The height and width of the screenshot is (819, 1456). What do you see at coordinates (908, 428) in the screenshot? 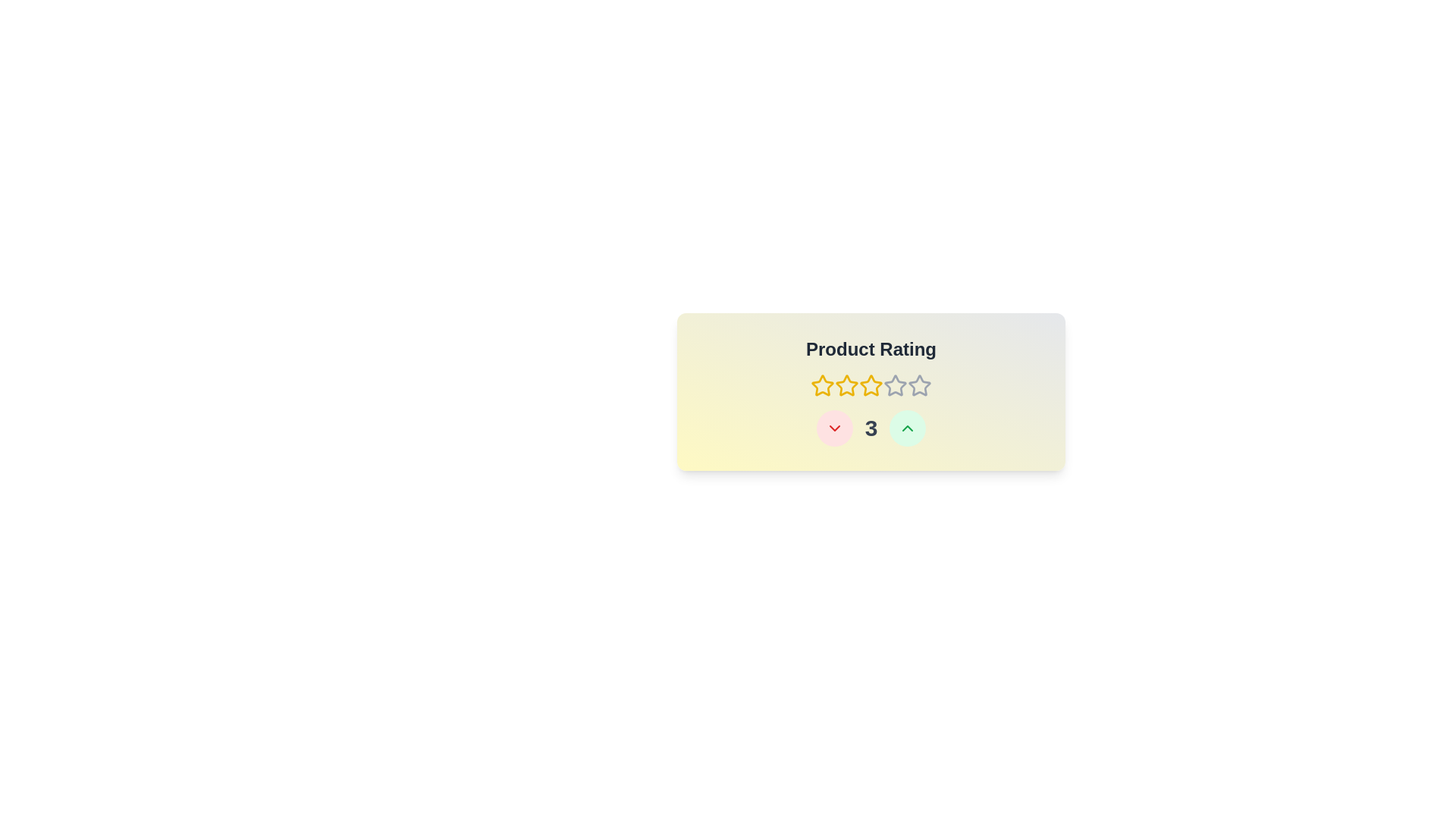
I see `the circular green button with an upward-pointing chevron icon located to the right of the number '3' to increase the rating` at bounding box center [908, 428].